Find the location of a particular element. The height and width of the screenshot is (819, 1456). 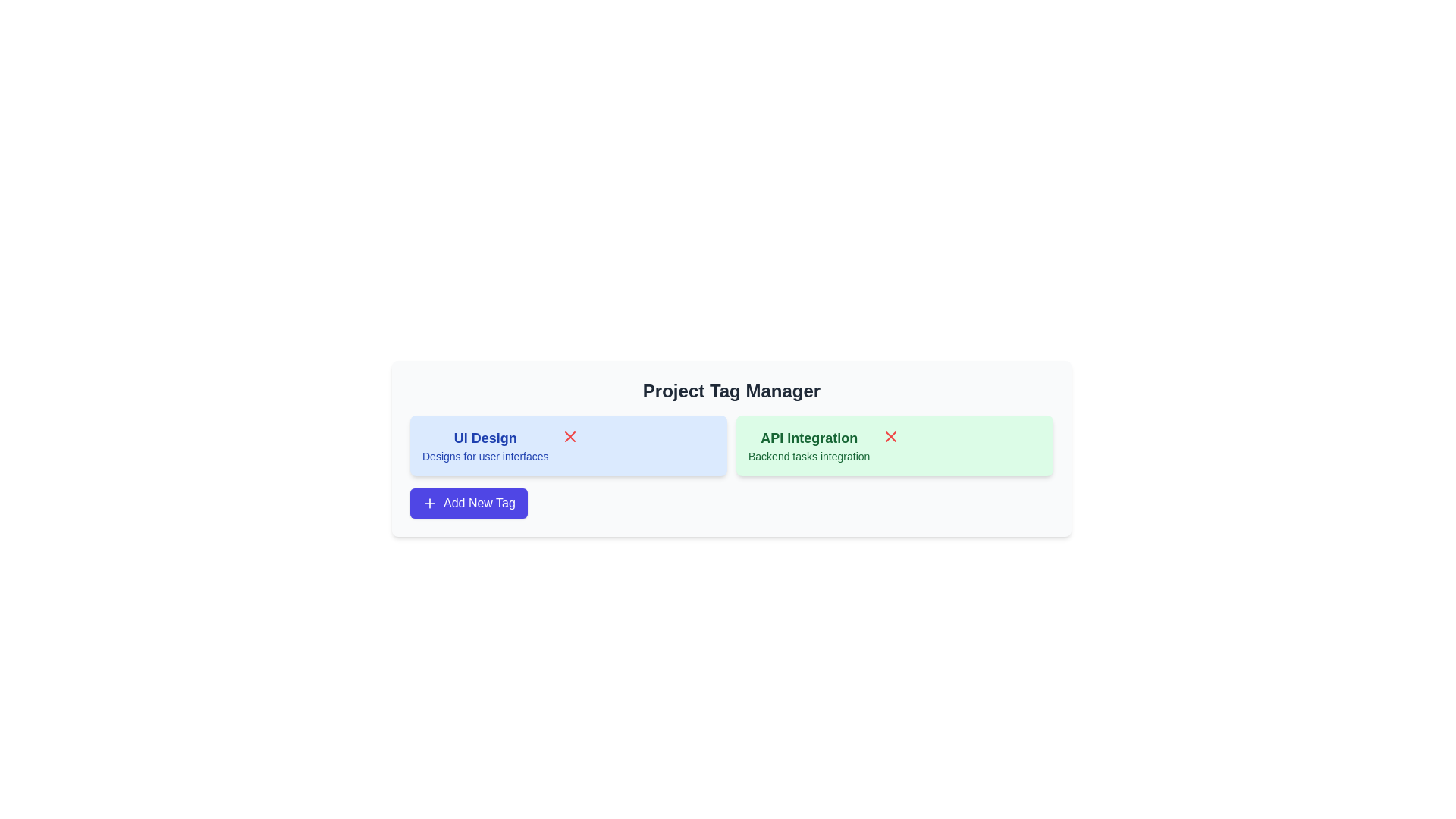

the 'Add New Tag' button with a vibrant indigo background and white text, located below the 'UI Design' and 'API Integration' sections within the 'Project Tag Manager' is located at coordinates (468, 503).